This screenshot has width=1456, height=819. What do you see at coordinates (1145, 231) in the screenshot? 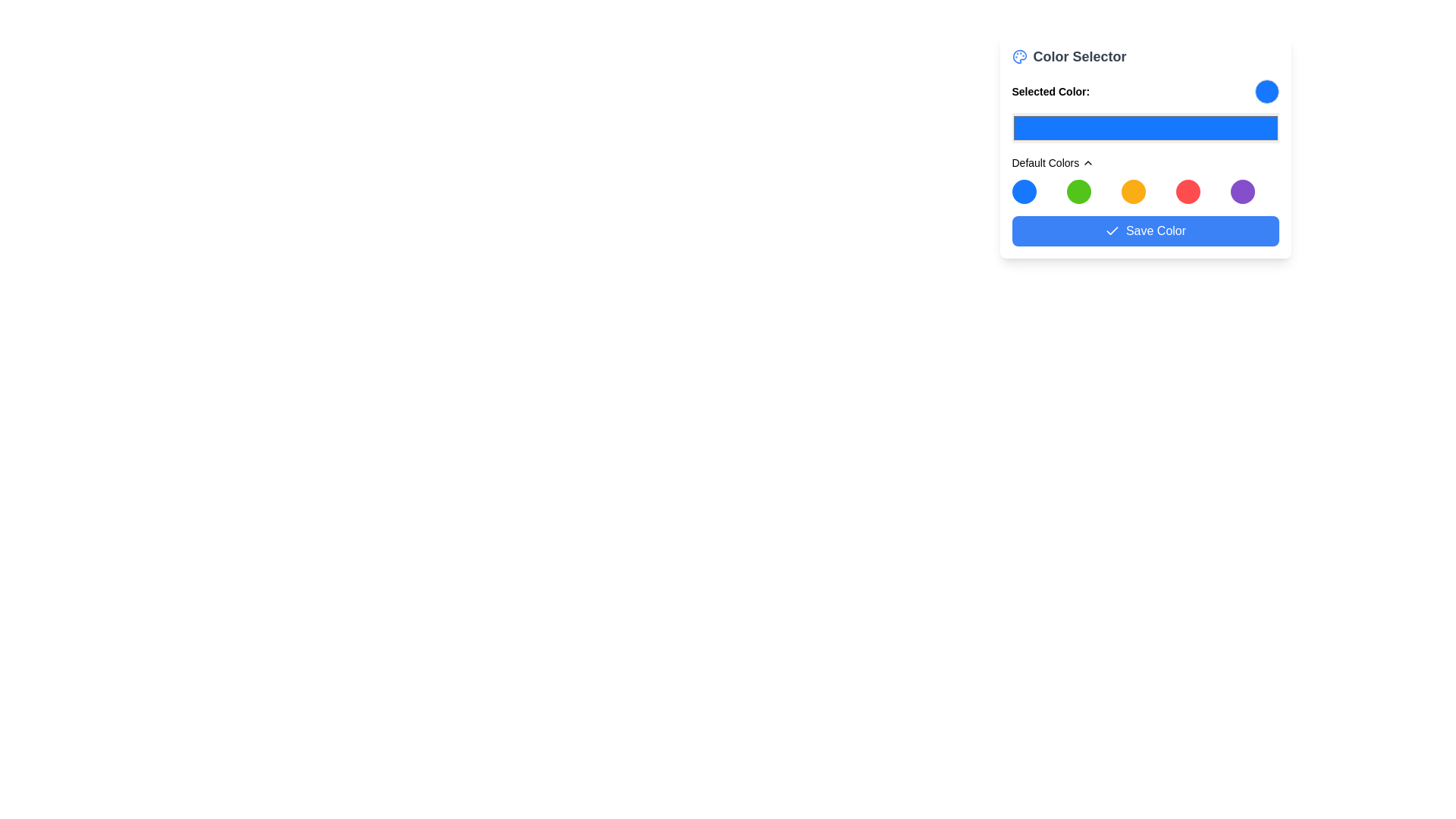
I see `the blue rectangular button labeled 'Save Color'` at bounding box center [1145, 231].